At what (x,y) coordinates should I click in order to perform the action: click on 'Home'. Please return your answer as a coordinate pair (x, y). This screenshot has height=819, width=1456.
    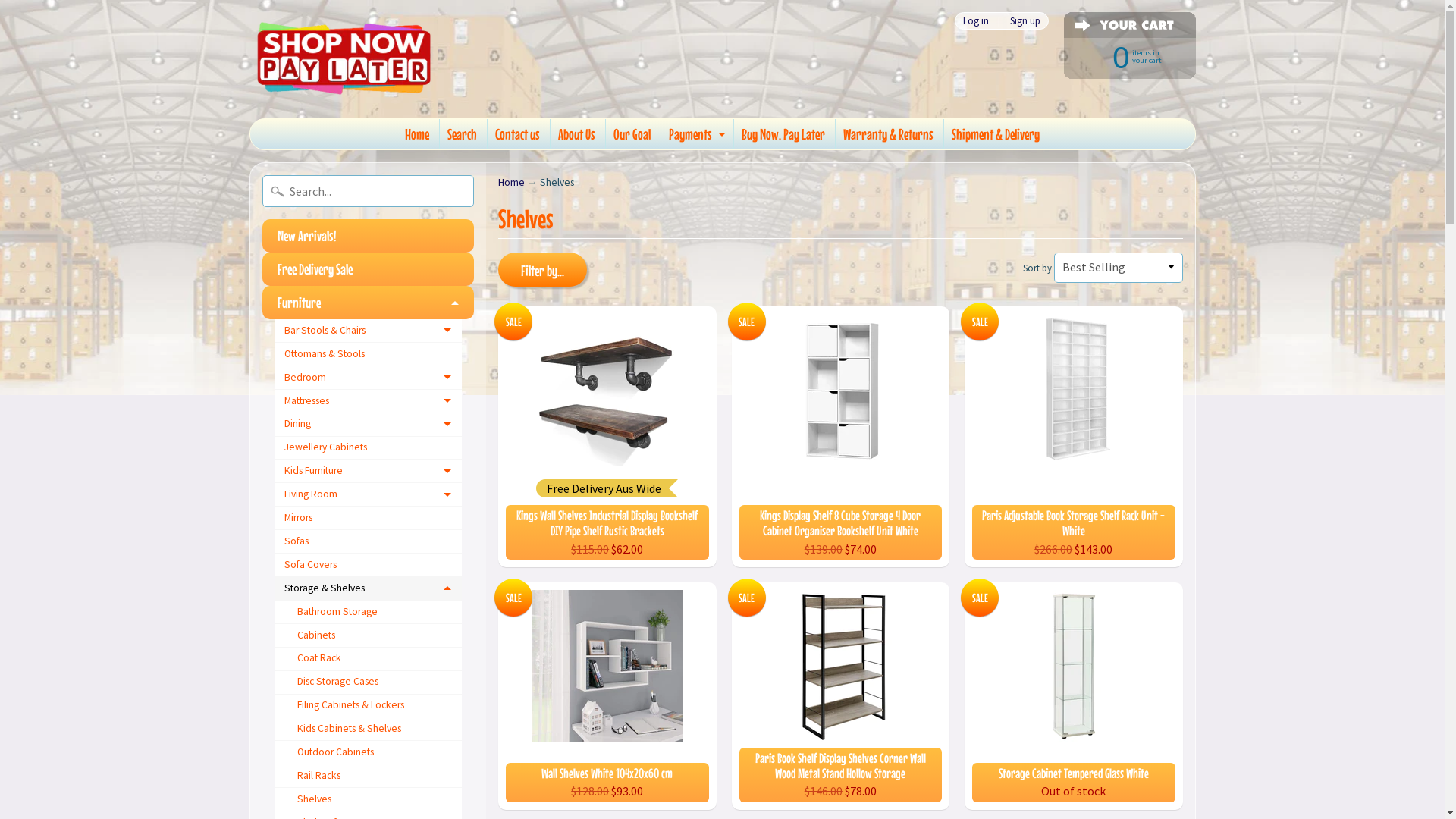
    Looking at the image, I should click on (498, 181).